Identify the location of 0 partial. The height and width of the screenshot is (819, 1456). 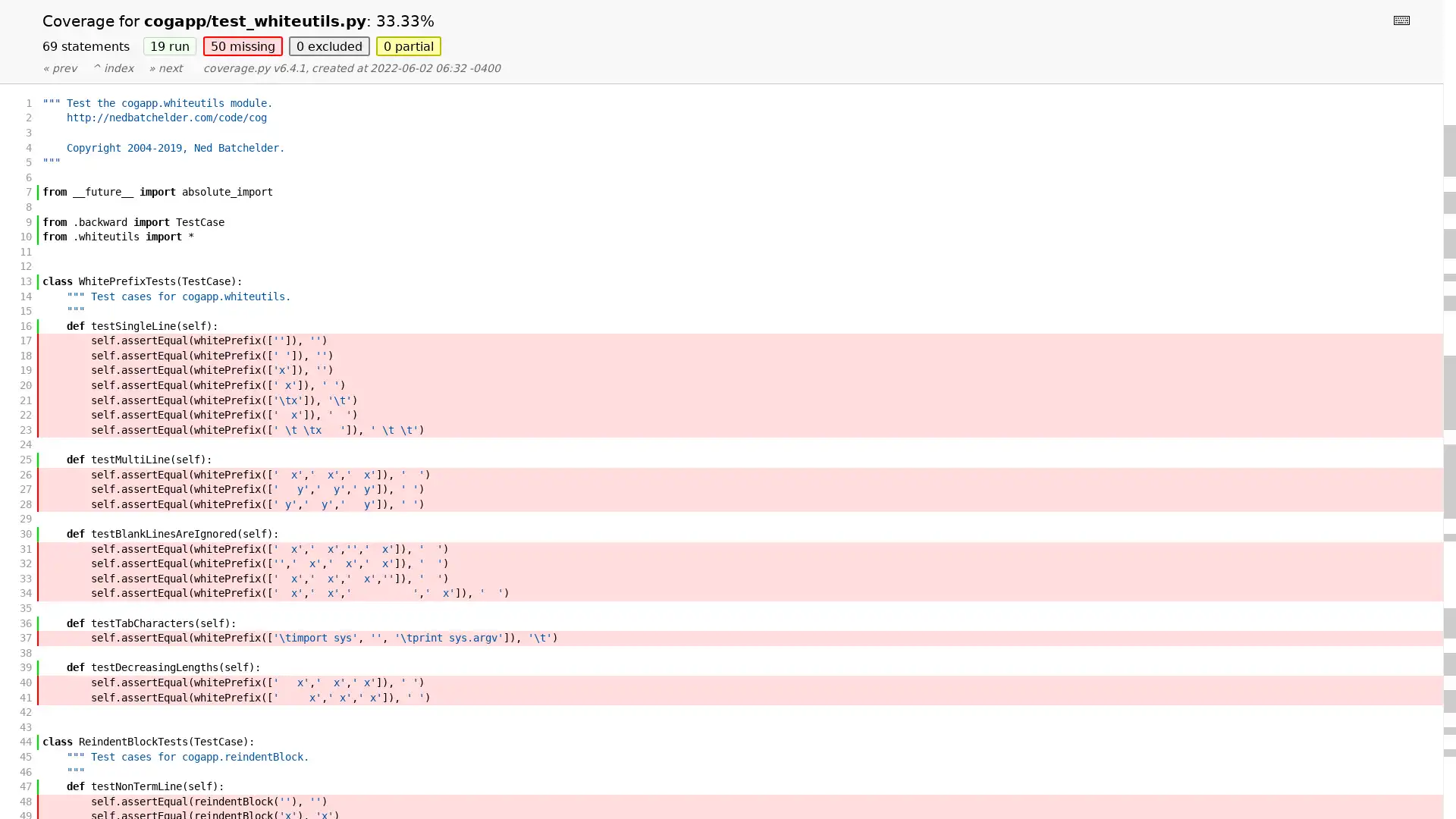
(408, 45).